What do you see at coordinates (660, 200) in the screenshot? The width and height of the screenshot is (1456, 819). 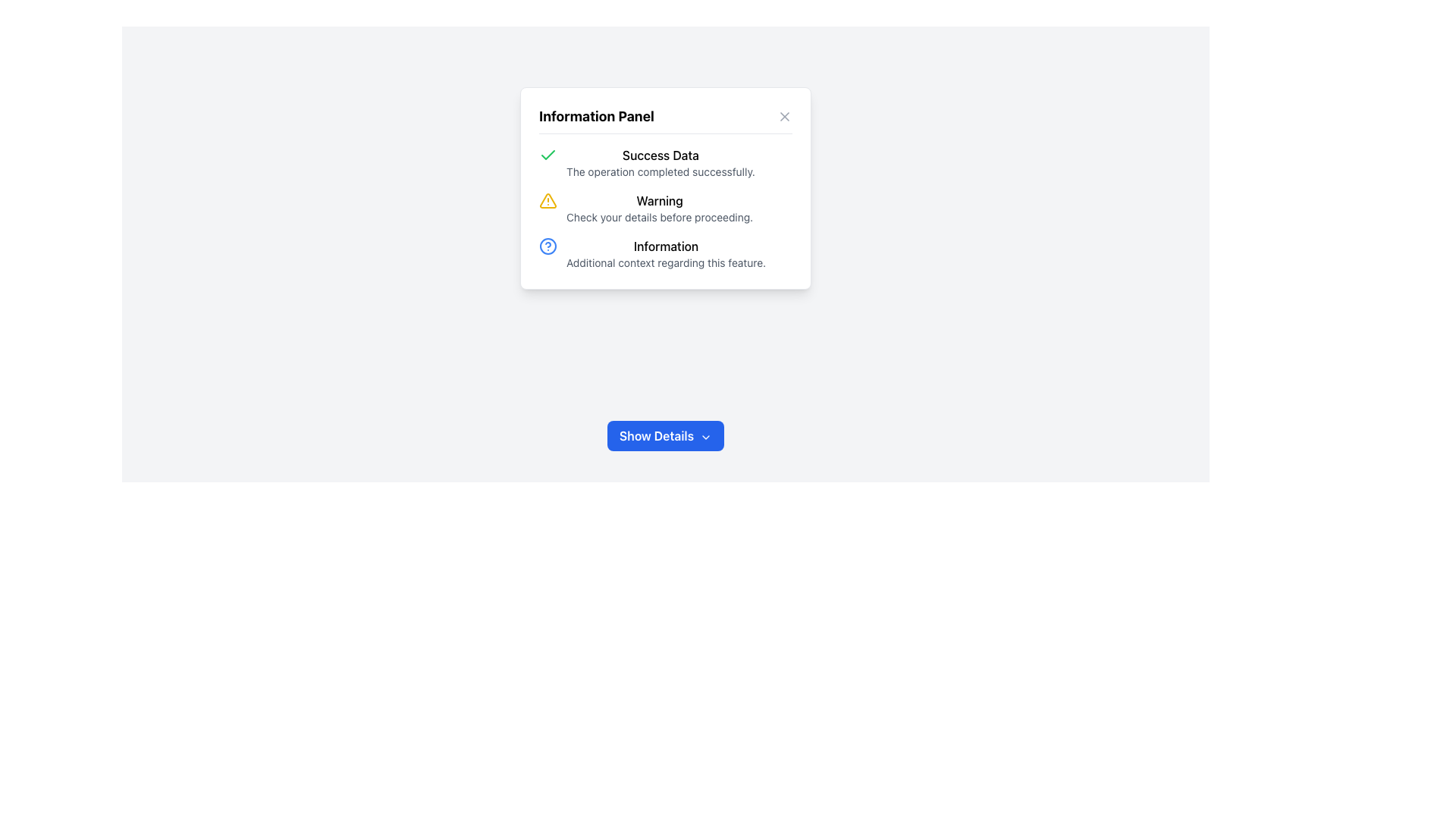 I see `the Text Label that serves as a warning message description, located in the Information Panel, positioned below the 'Success Data' entry and above the 'Information' entry` at bounding box center [660, 200].